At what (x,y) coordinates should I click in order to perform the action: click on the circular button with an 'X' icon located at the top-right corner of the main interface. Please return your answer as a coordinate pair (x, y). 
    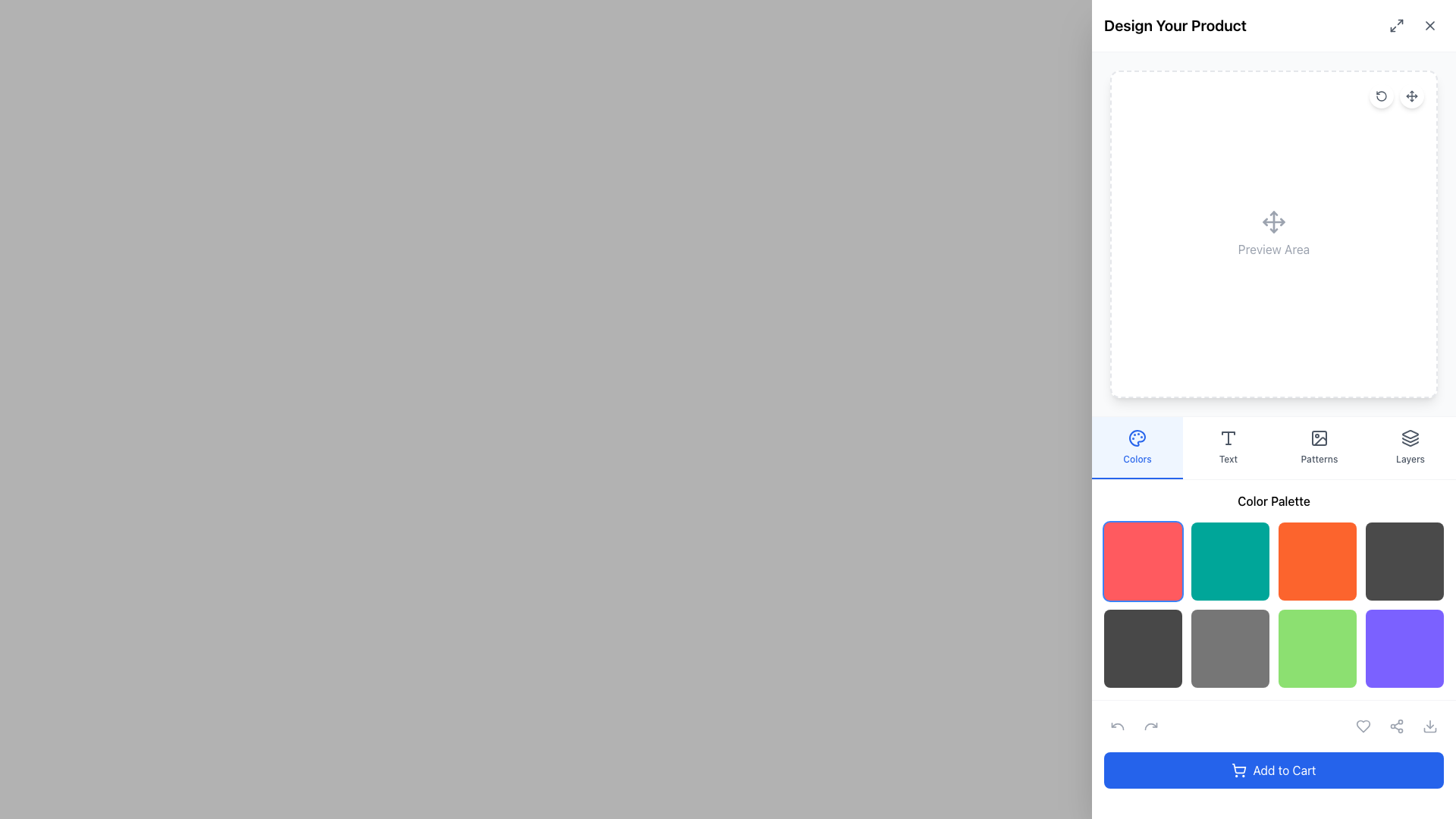
    Looking at the image, I should click on (1429, 26).